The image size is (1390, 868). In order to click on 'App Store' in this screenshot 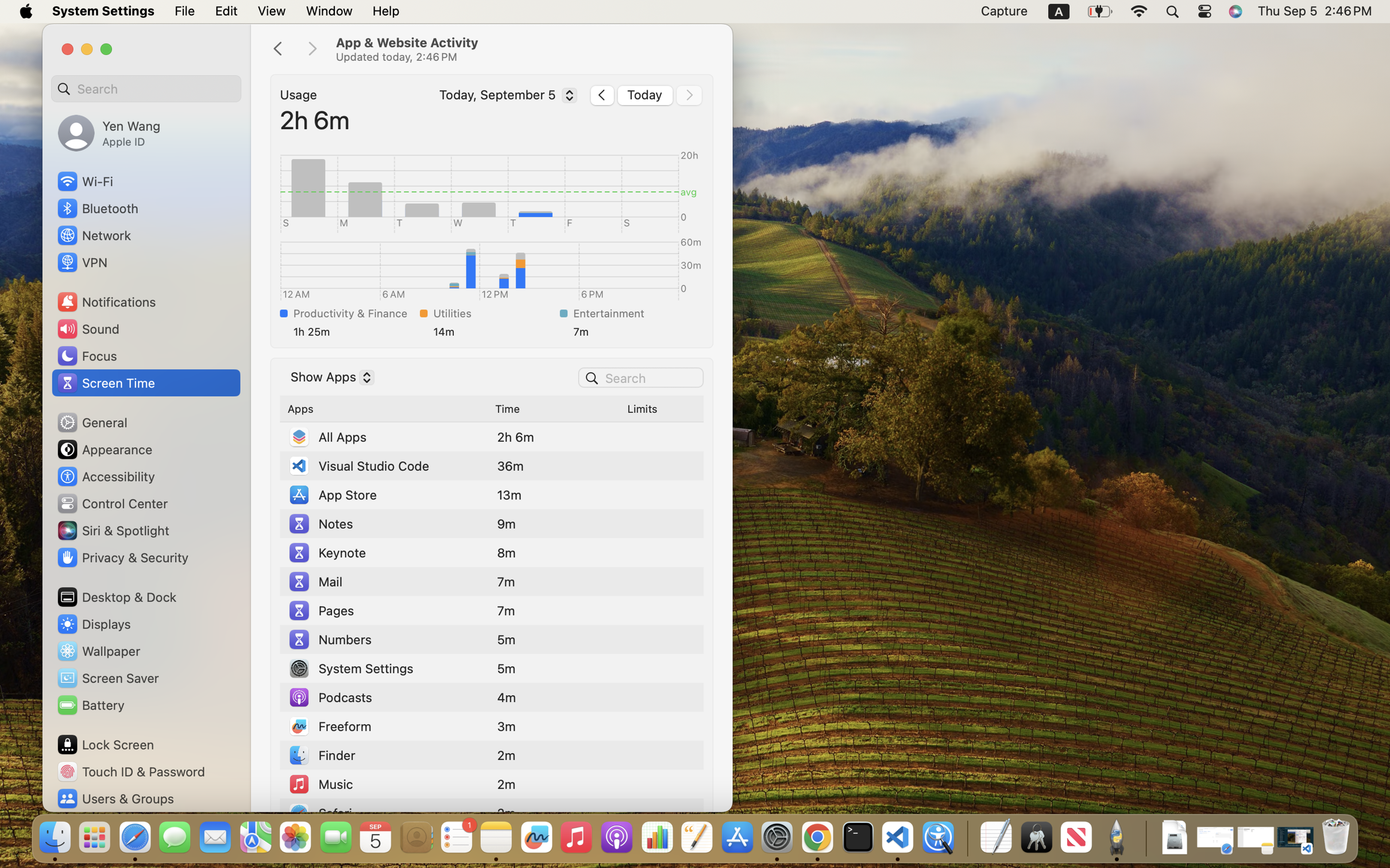, I will do `click(331, 494)`.